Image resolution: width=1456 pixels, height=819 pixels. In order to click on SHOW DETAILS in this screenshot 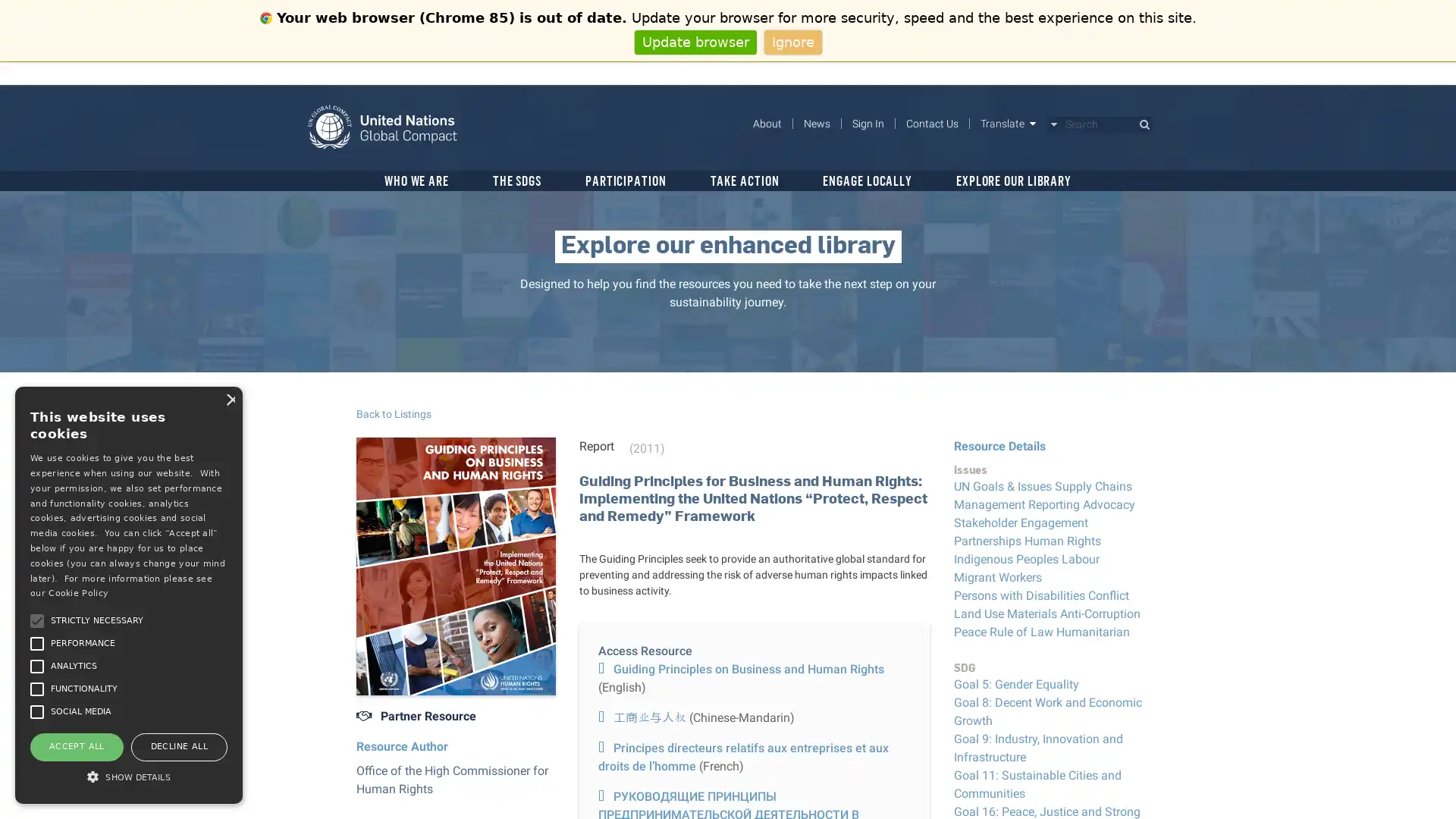, I will do `click(128, 776)`.